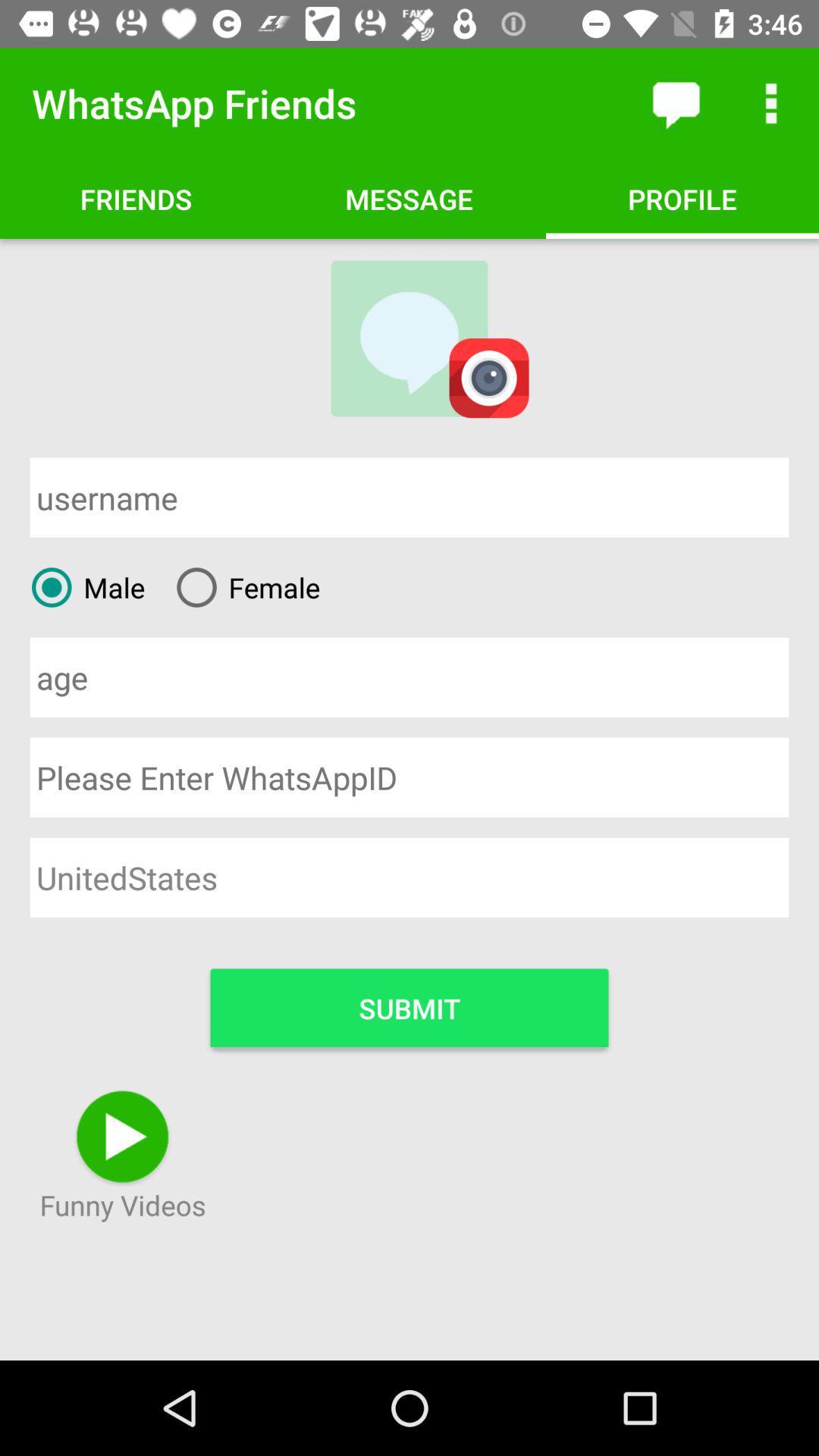 The width and height of the screenshot is (819, 1456). I want to click on whatsapp username, so click(409, 777).